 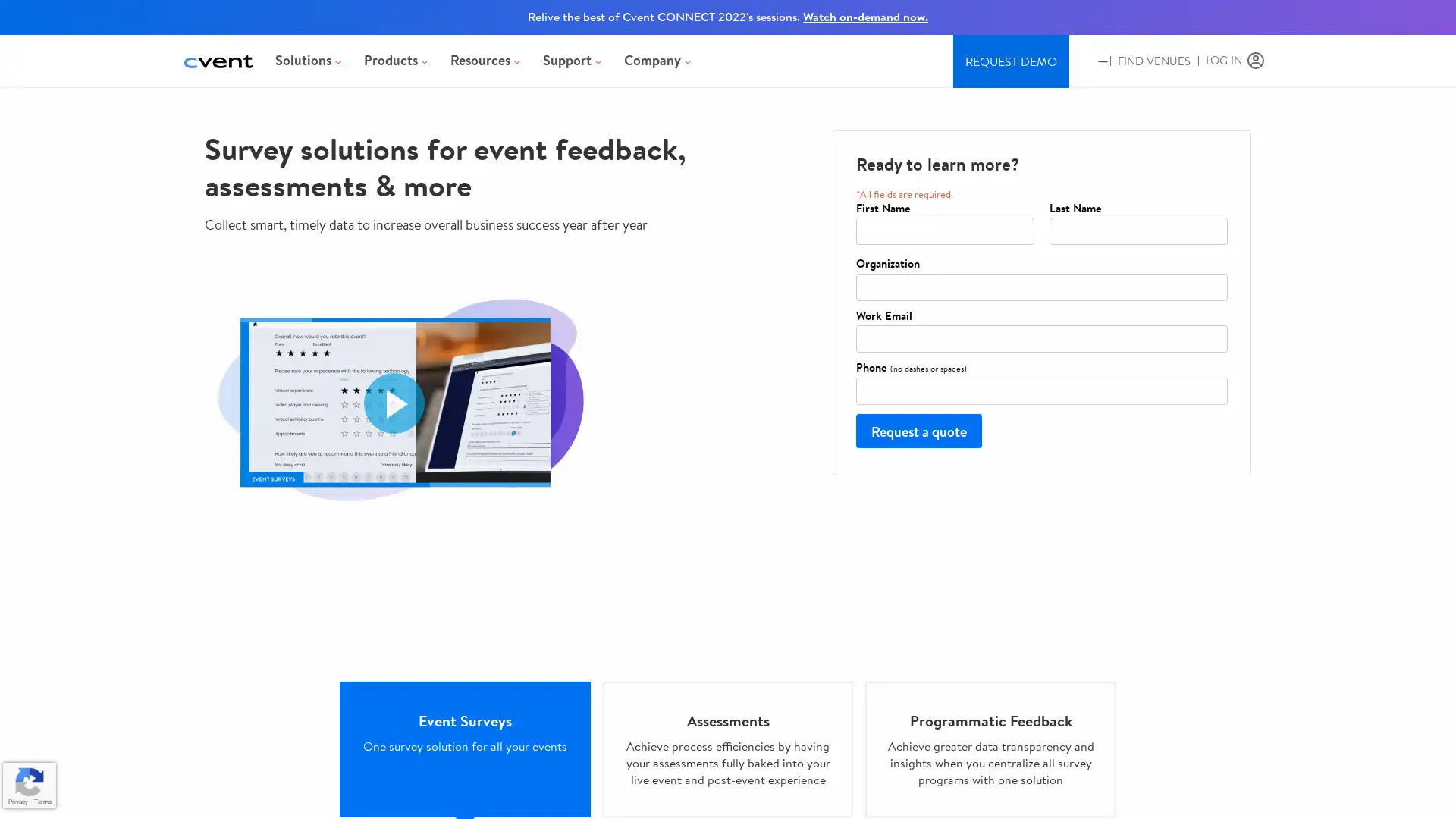 What do you see at coordinates (918, 430) in the screenshot?
I see `Request a quote` at bounding box center [918, 430].